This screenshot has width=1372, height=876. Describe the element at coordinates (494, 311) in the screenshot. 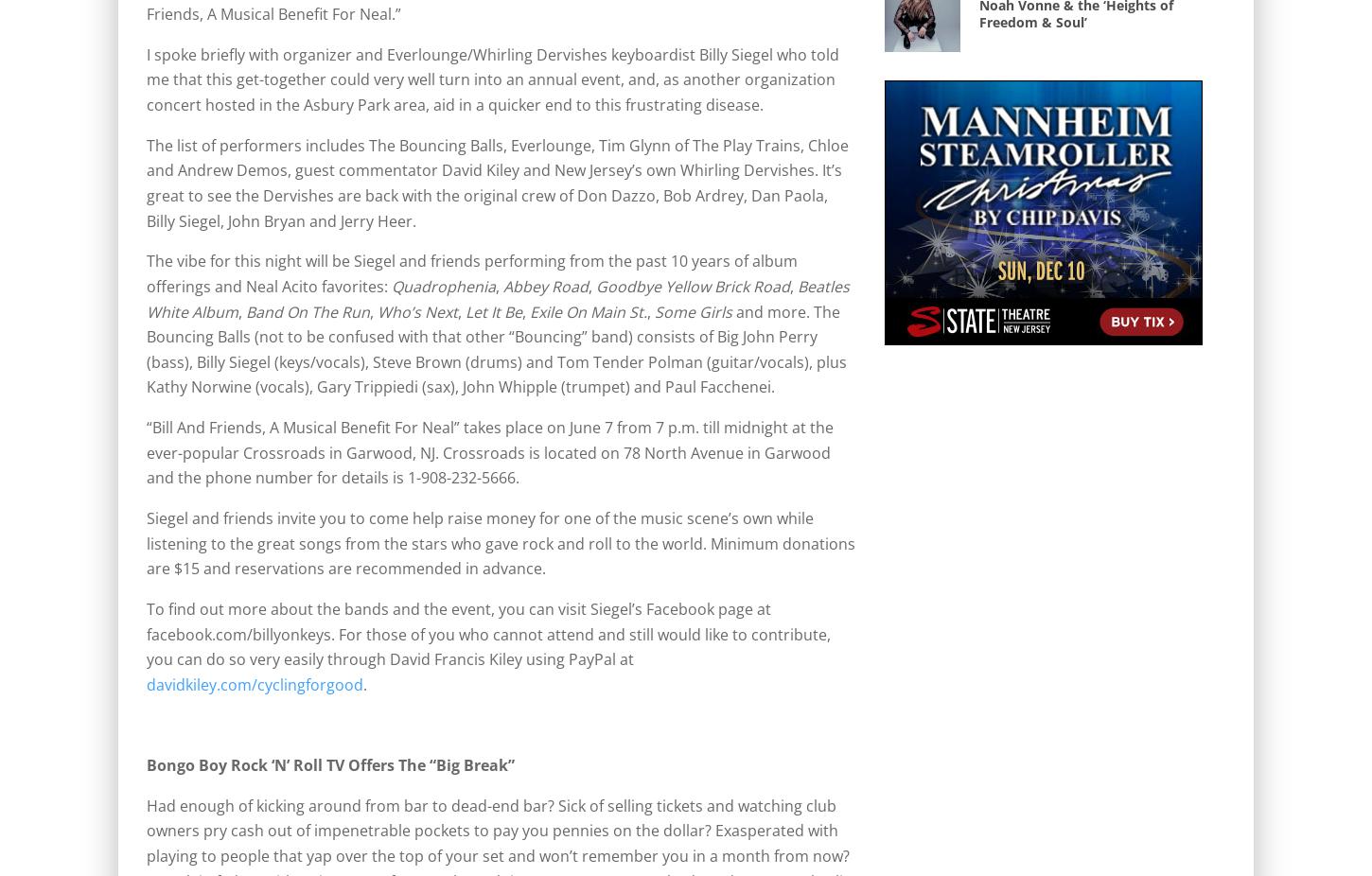

I see `'Let It Be'` at that location.